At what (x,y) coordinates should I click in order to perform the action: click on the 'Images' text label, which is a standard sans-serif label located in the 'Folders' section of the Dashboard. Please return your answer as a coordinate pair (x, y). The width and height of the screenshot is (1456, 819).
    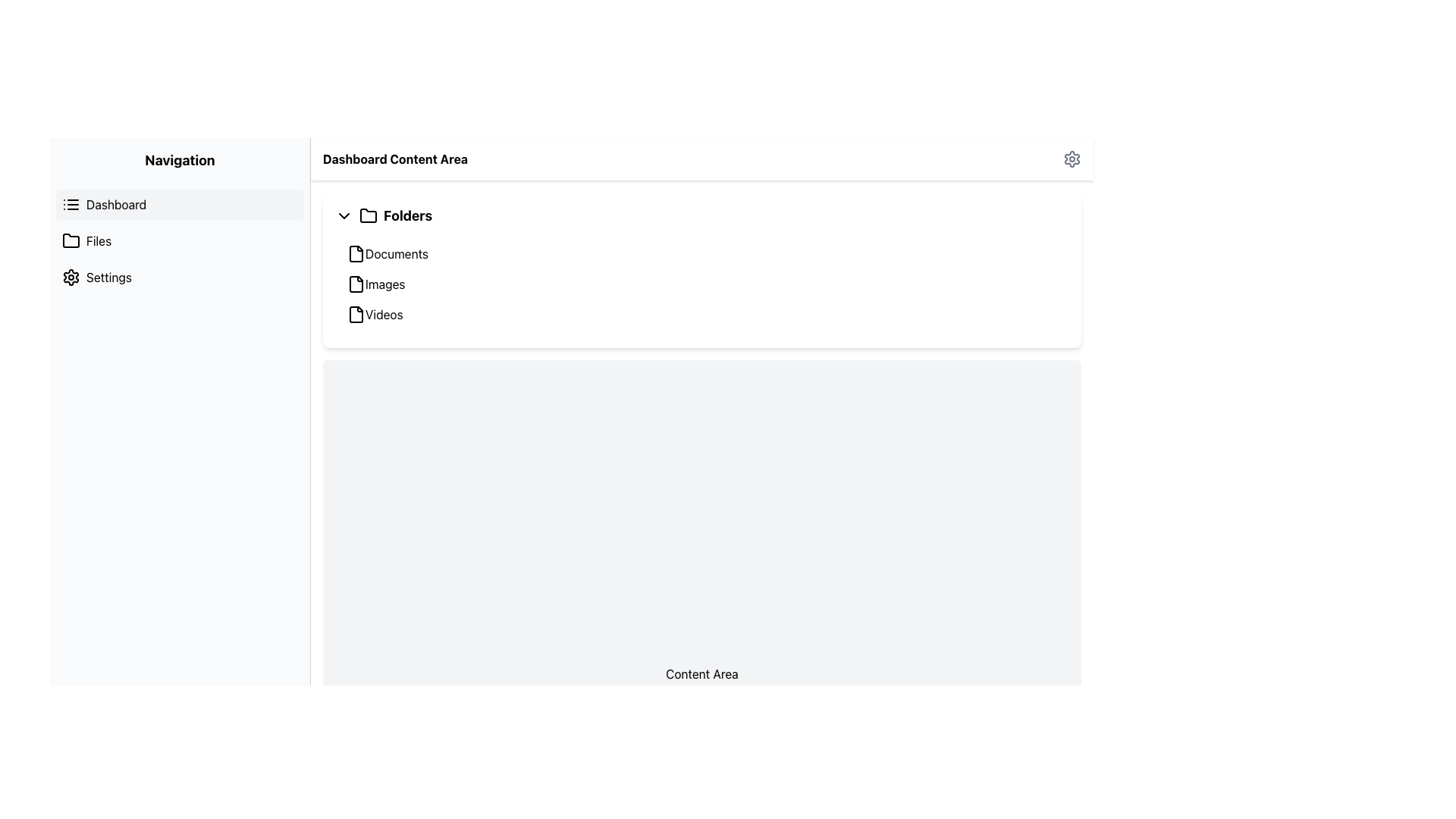
    Looking at the image, I should click on (385, 284).